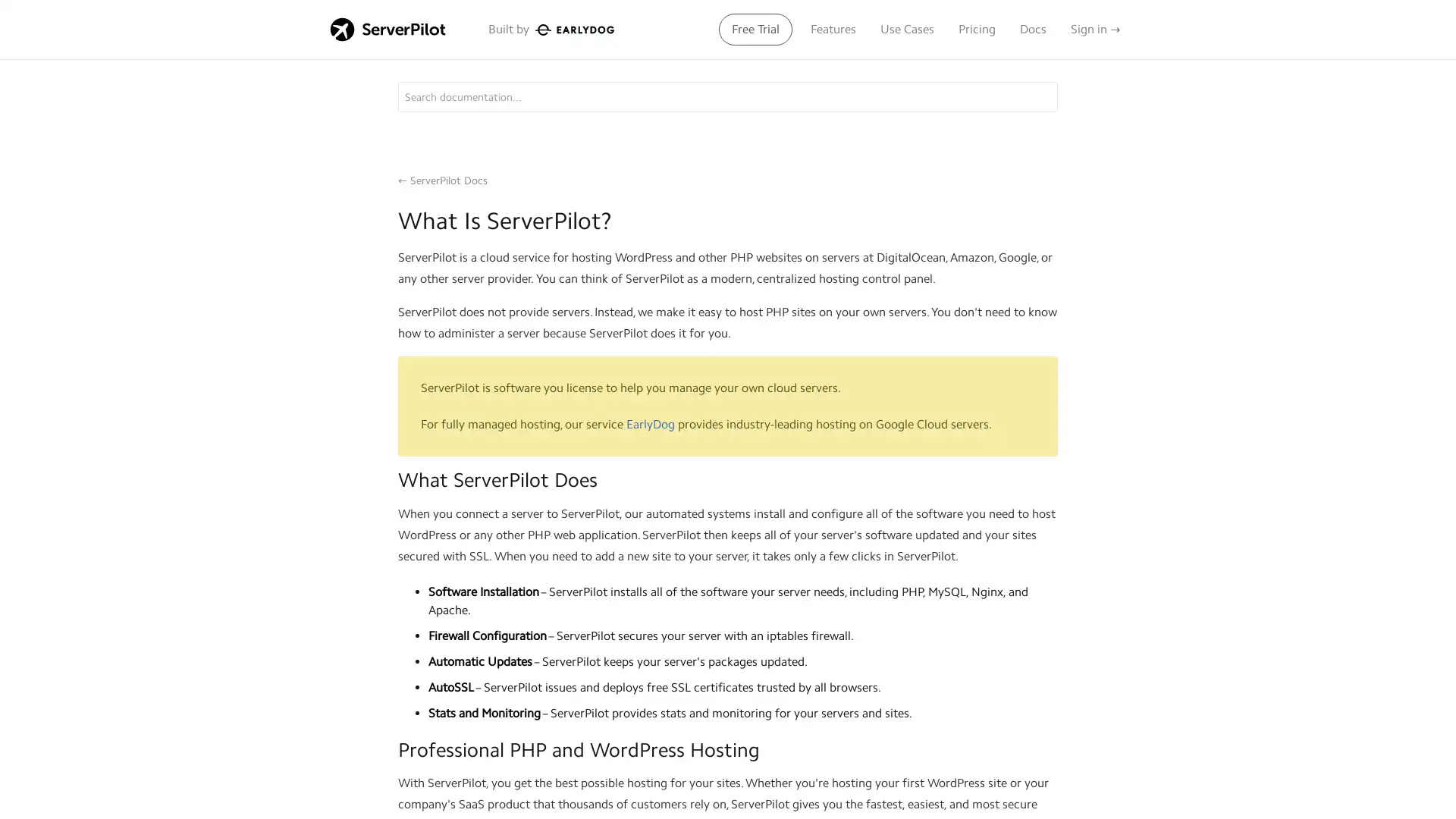 The height and width of the screenshot is (819, 1456). What do you see at coordinates (907, 29) in the screenshot?
I see `Use Cases` at bounding box center [907, 29].